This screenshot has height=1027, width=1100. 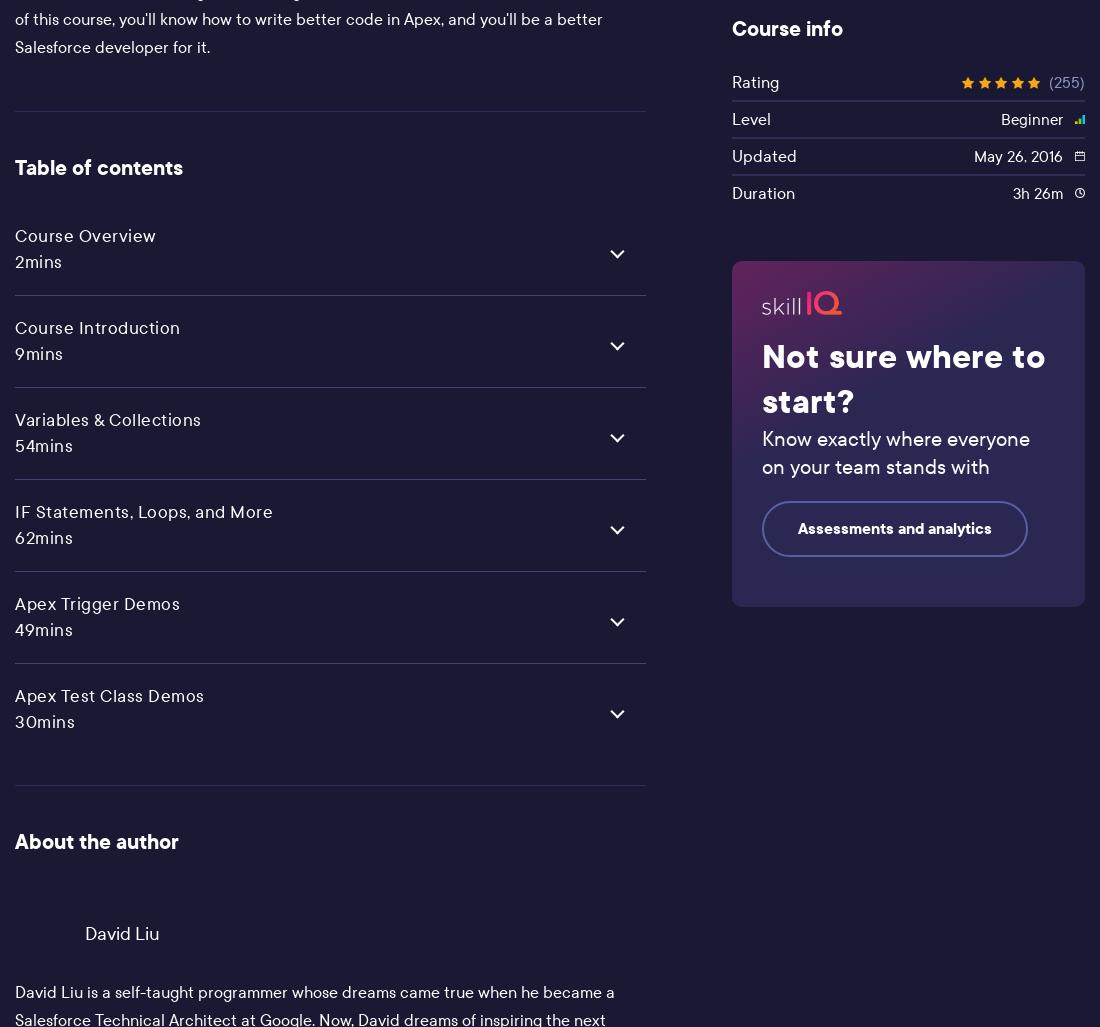 What do you see at coordinates (37, 260) in the screenshot?
I see `'2mins'` at bounding box center [37, 260].